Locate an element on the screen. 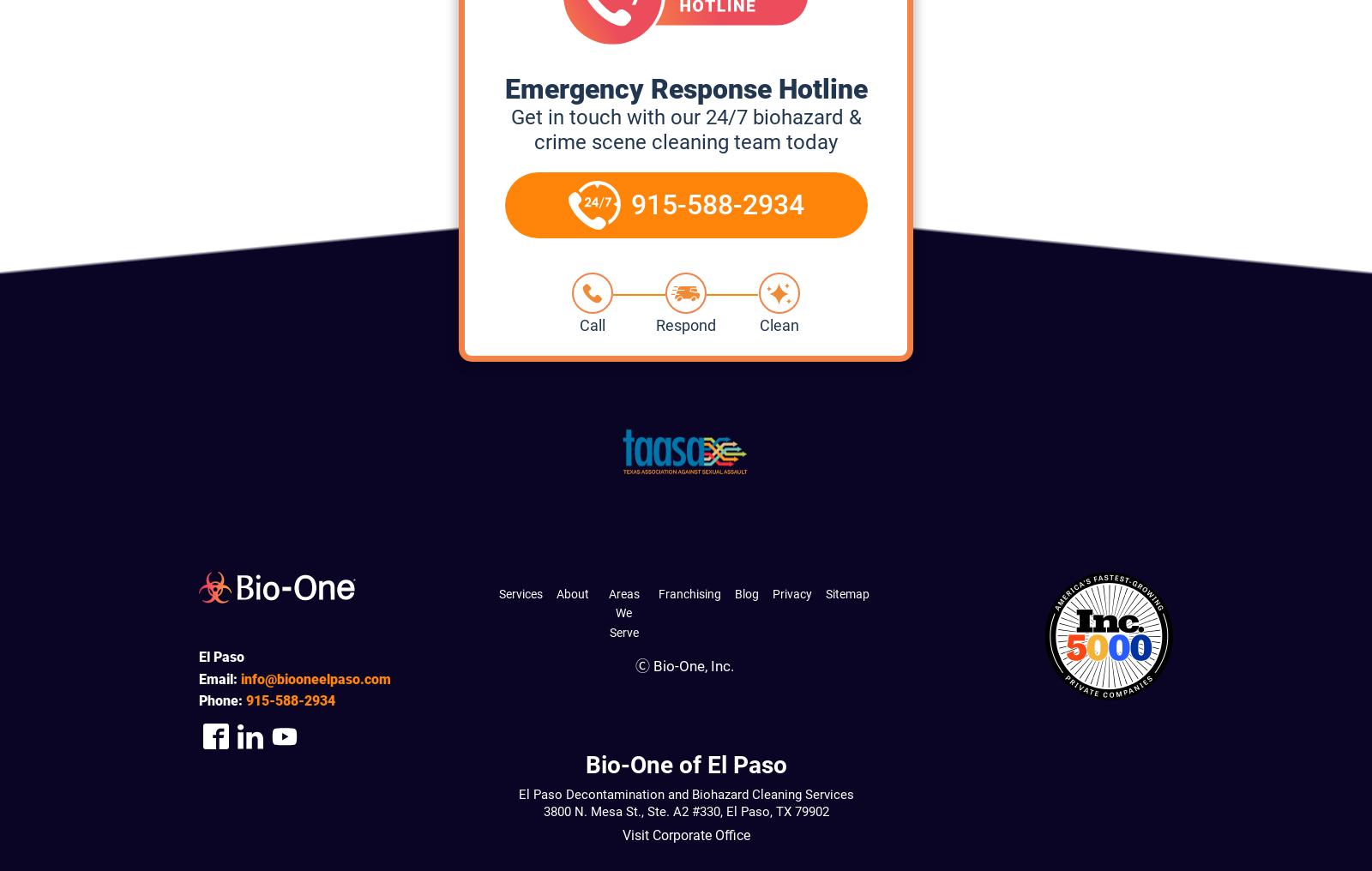  'Decontamination and Biohazard Cleaning Services' is located at coordinates (562, 792).